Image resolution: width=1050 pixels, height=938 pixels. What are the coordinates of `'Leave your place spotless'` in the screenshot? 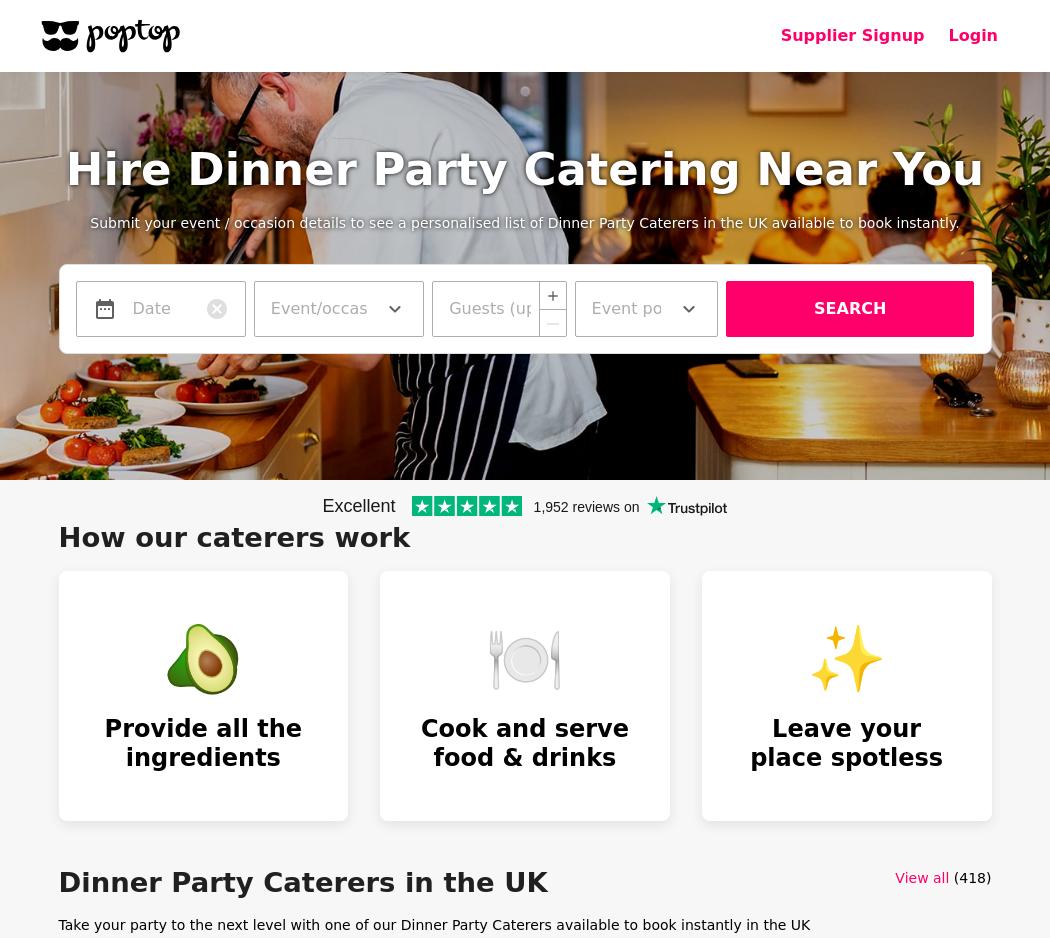 It's located at (750, 743).